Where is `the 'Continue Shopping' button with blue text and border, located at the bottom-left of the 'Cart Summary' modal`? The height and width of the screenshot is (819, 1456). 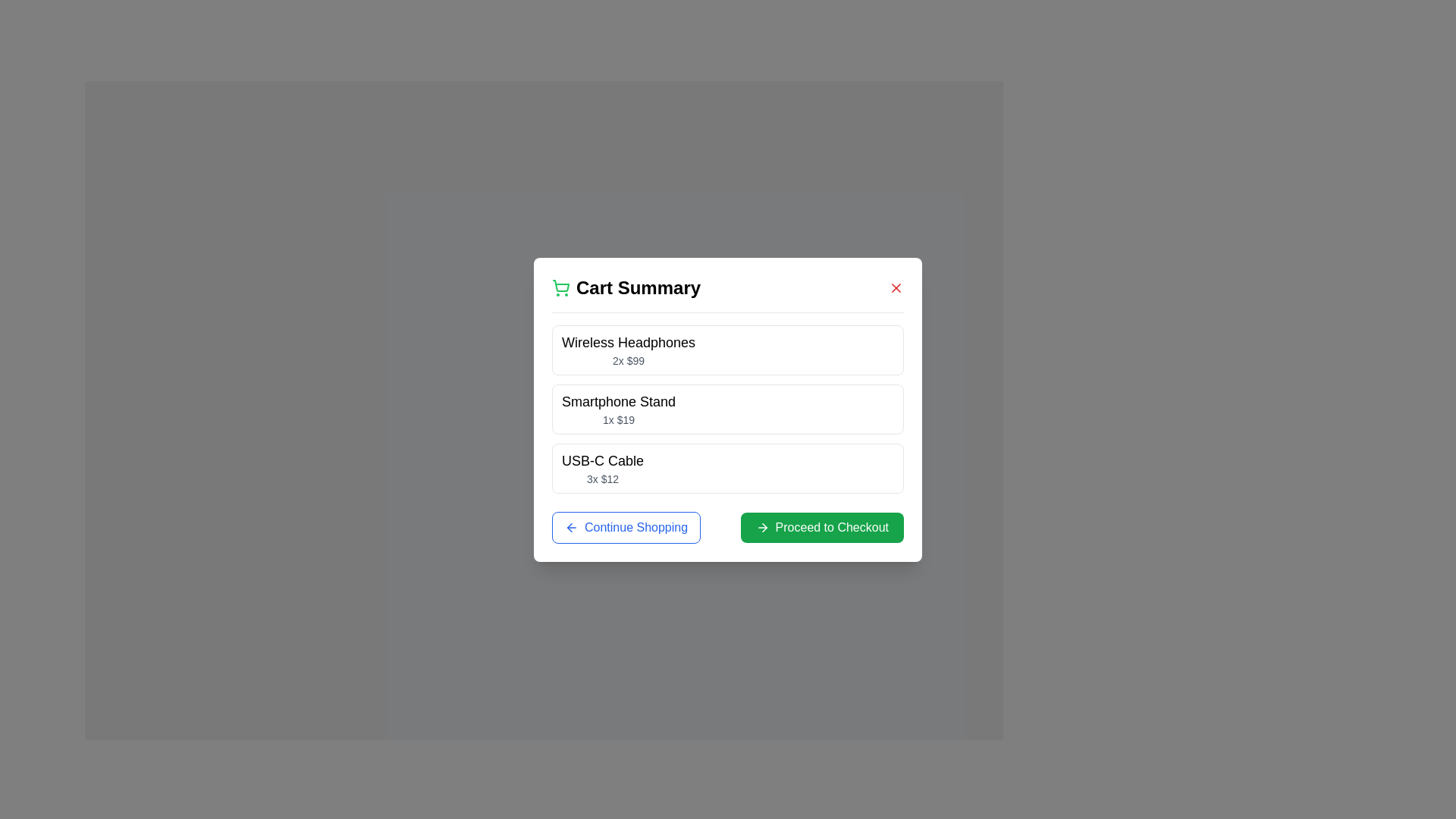 the 'Continue Shopping' button with blue text and border, located at the bottom-left of the 'Cart Summary' modal is located at coordinates (626, 526).